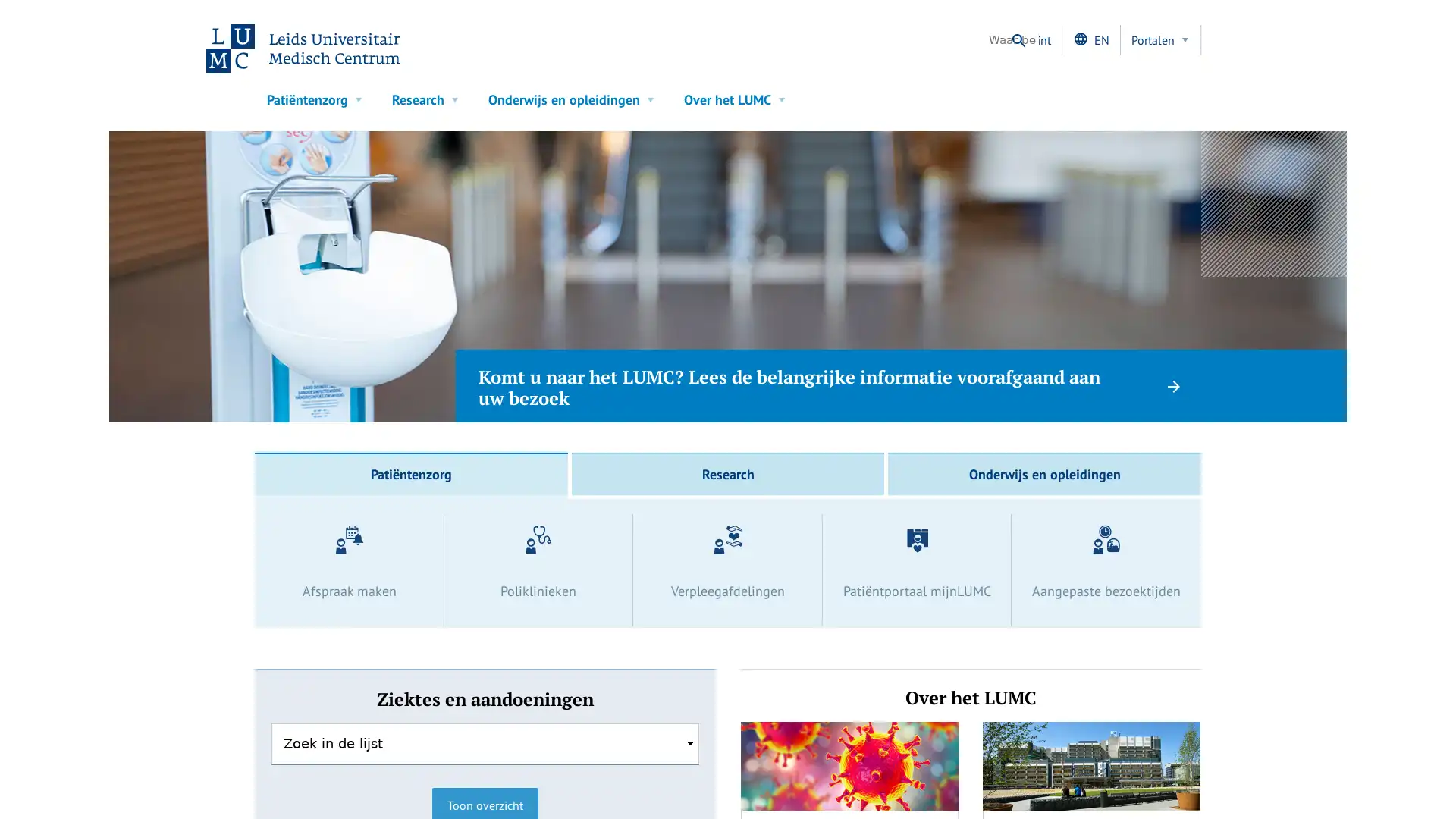  Describe the element at coordinates (1160, 39) in the screenshot. I see `Portalen` at that location.